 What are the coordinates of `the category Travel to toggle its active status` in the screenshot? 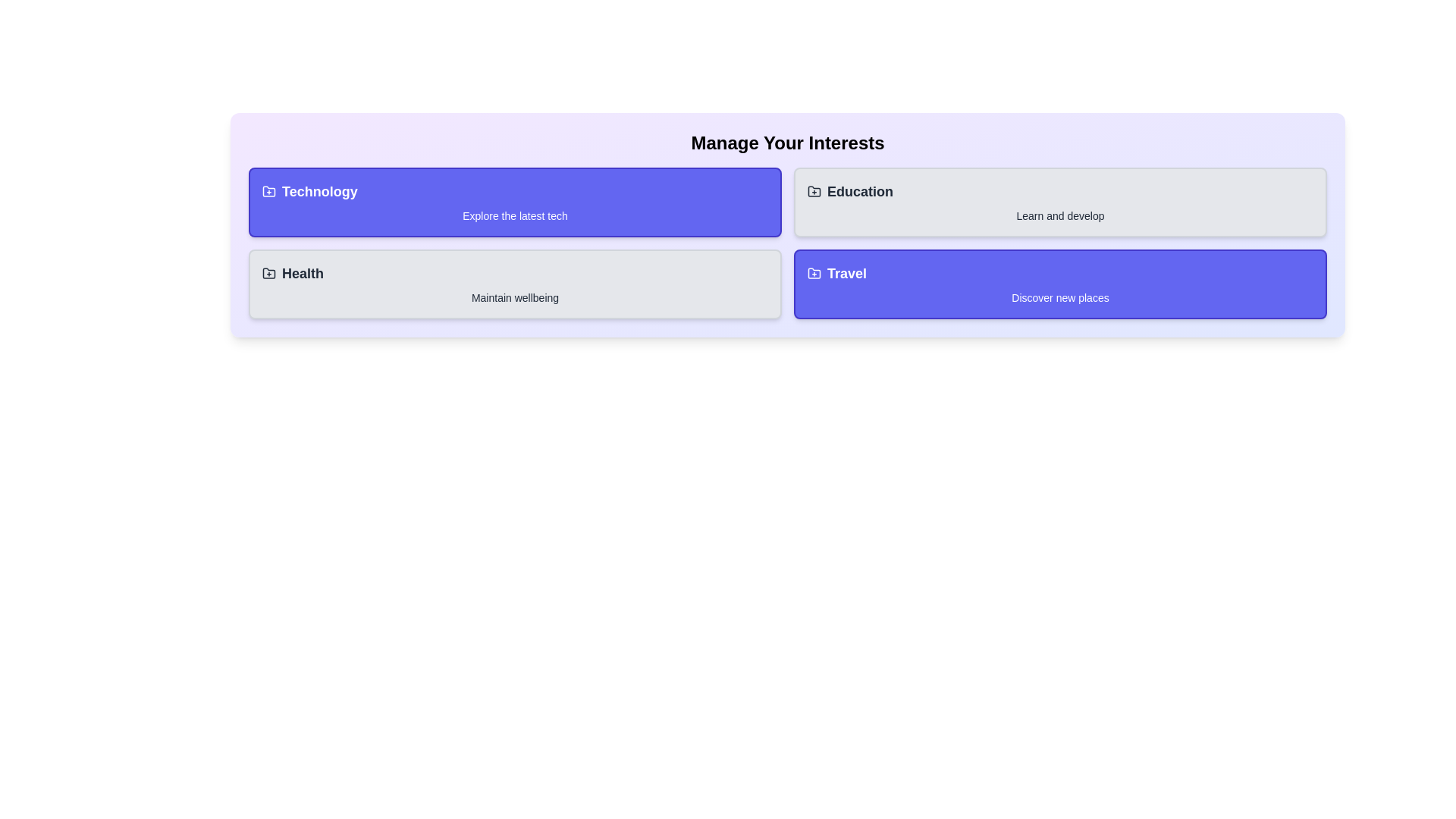 It's located at (1059, 284).